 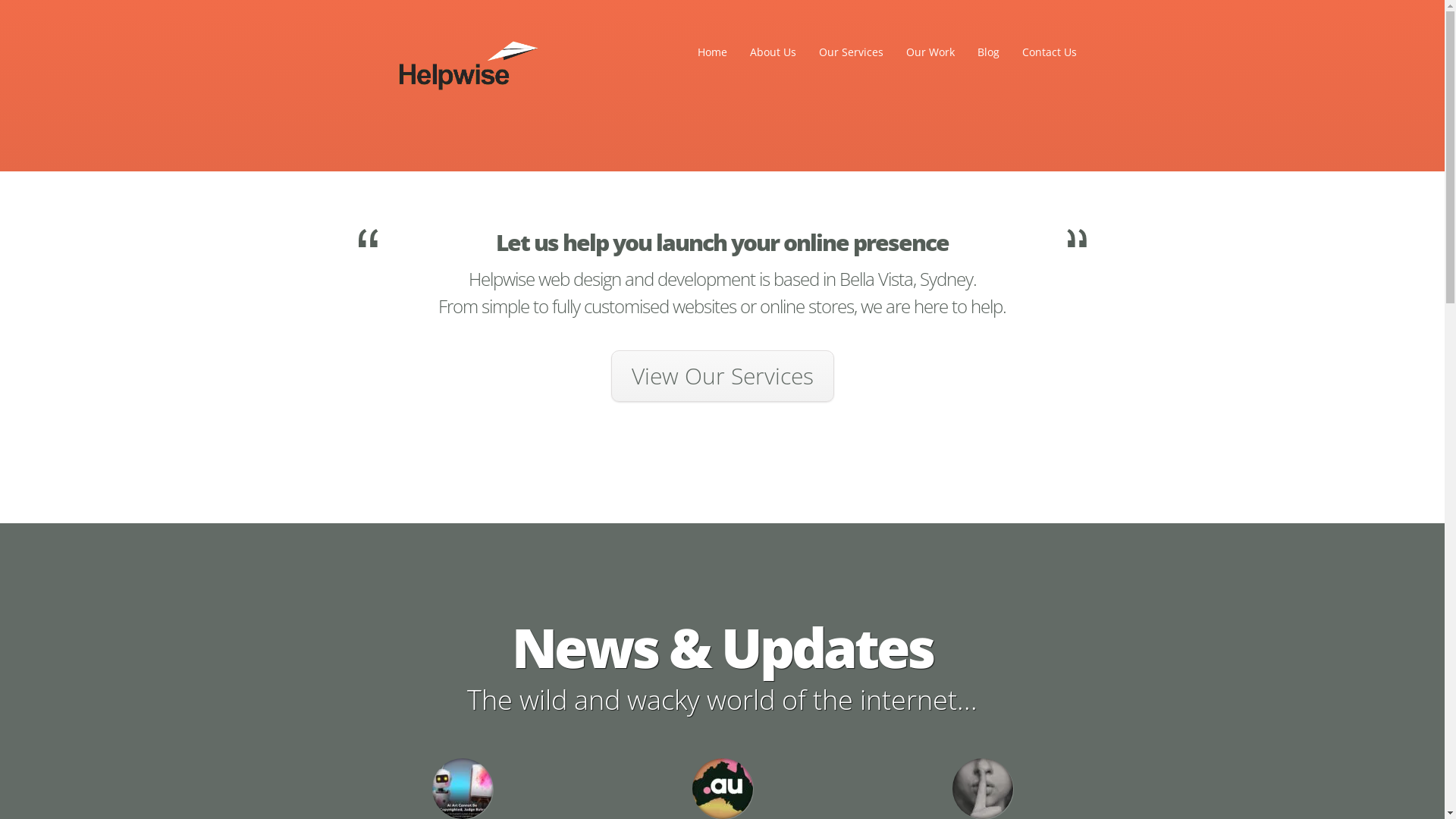 What do you see at coordinates (722, 375) in the screenshot?
I see `'View Our Services'` at bounding box center [722, 375].